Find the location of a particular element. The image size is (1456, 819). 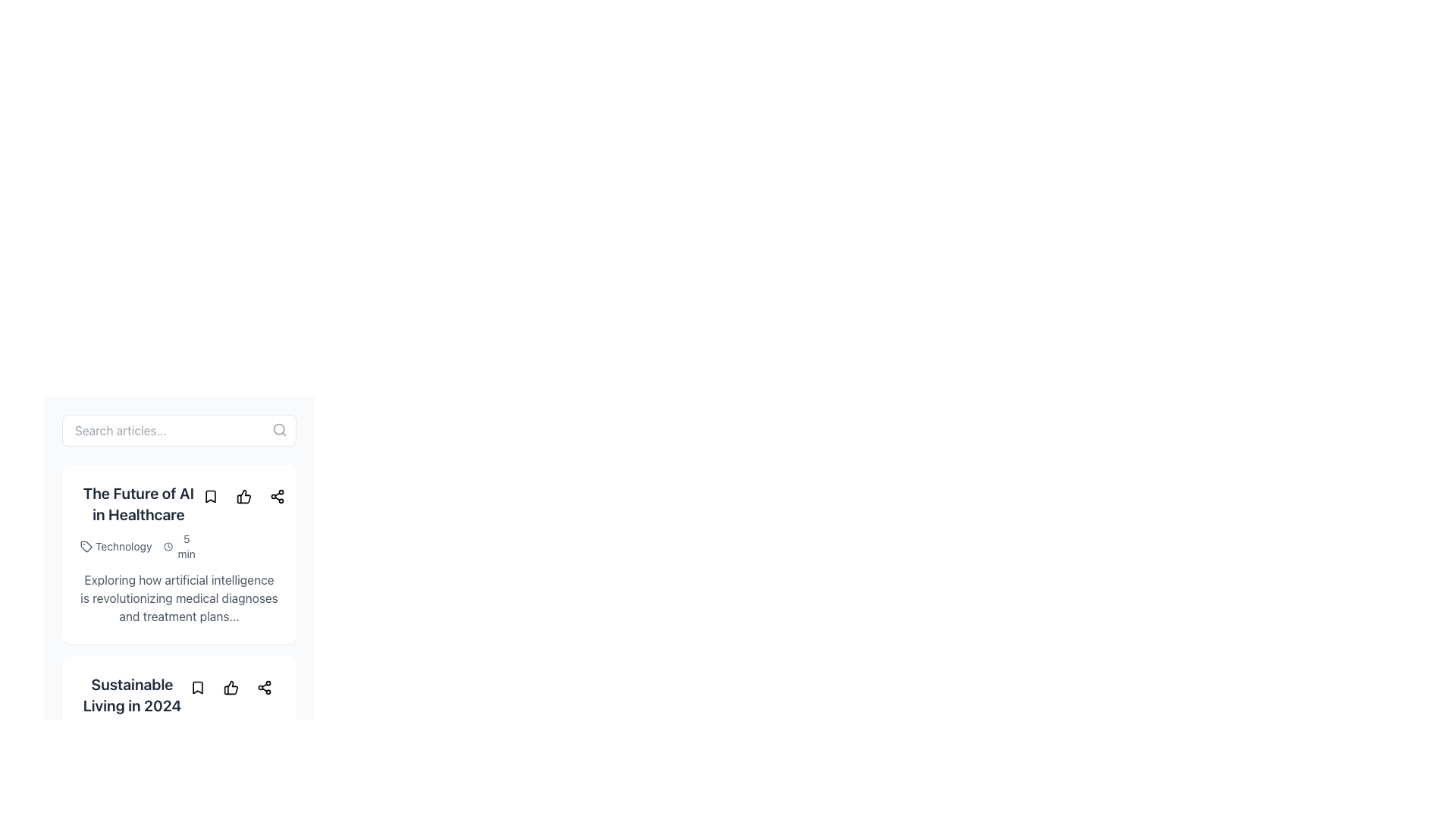

the approval icon located beneath the article titled 'Sustainable Living in 2024' to express approval for the content is located at coordinates (230, 687).